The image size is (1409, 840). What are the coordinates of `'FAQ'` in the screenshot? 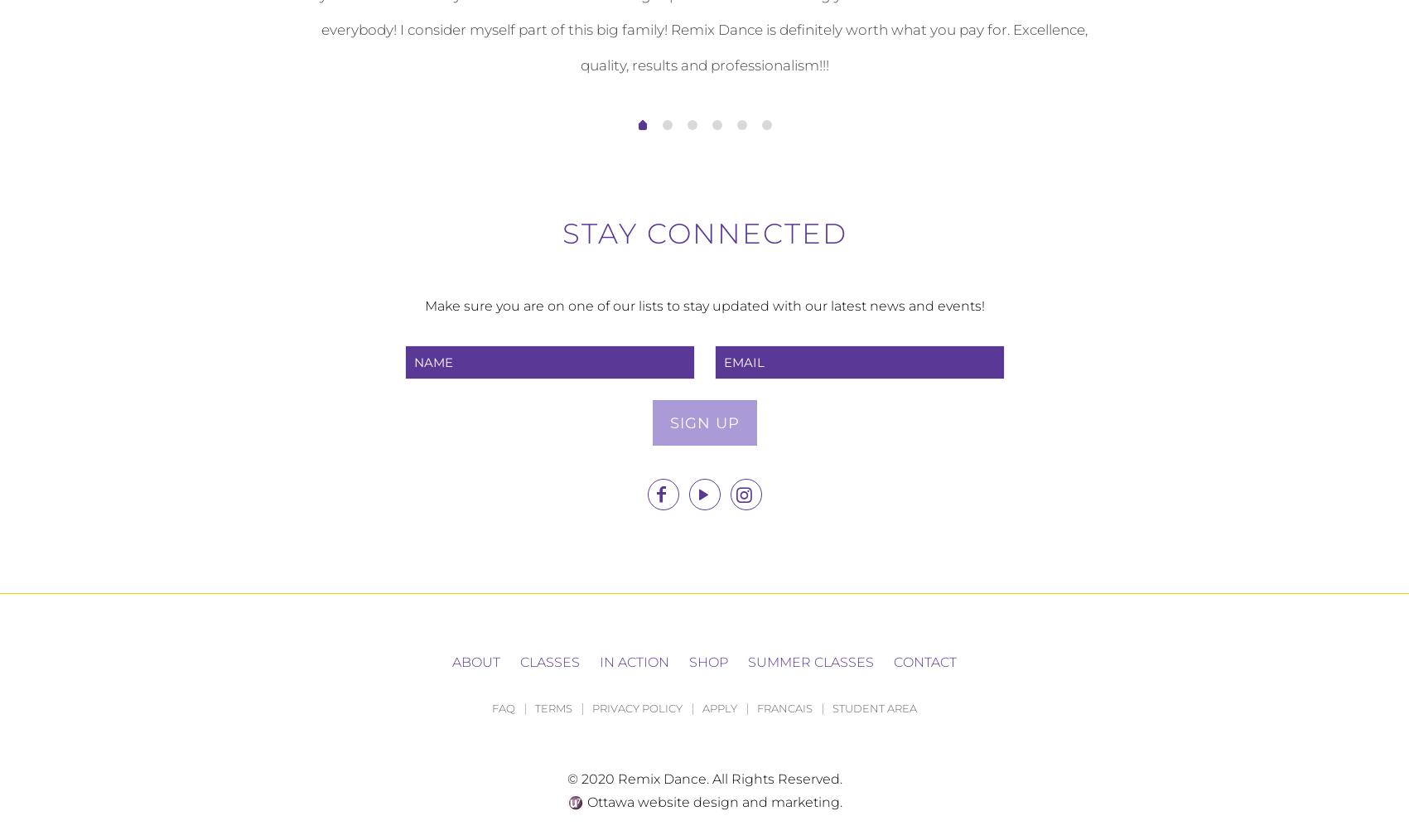 It's located at (503, 707).